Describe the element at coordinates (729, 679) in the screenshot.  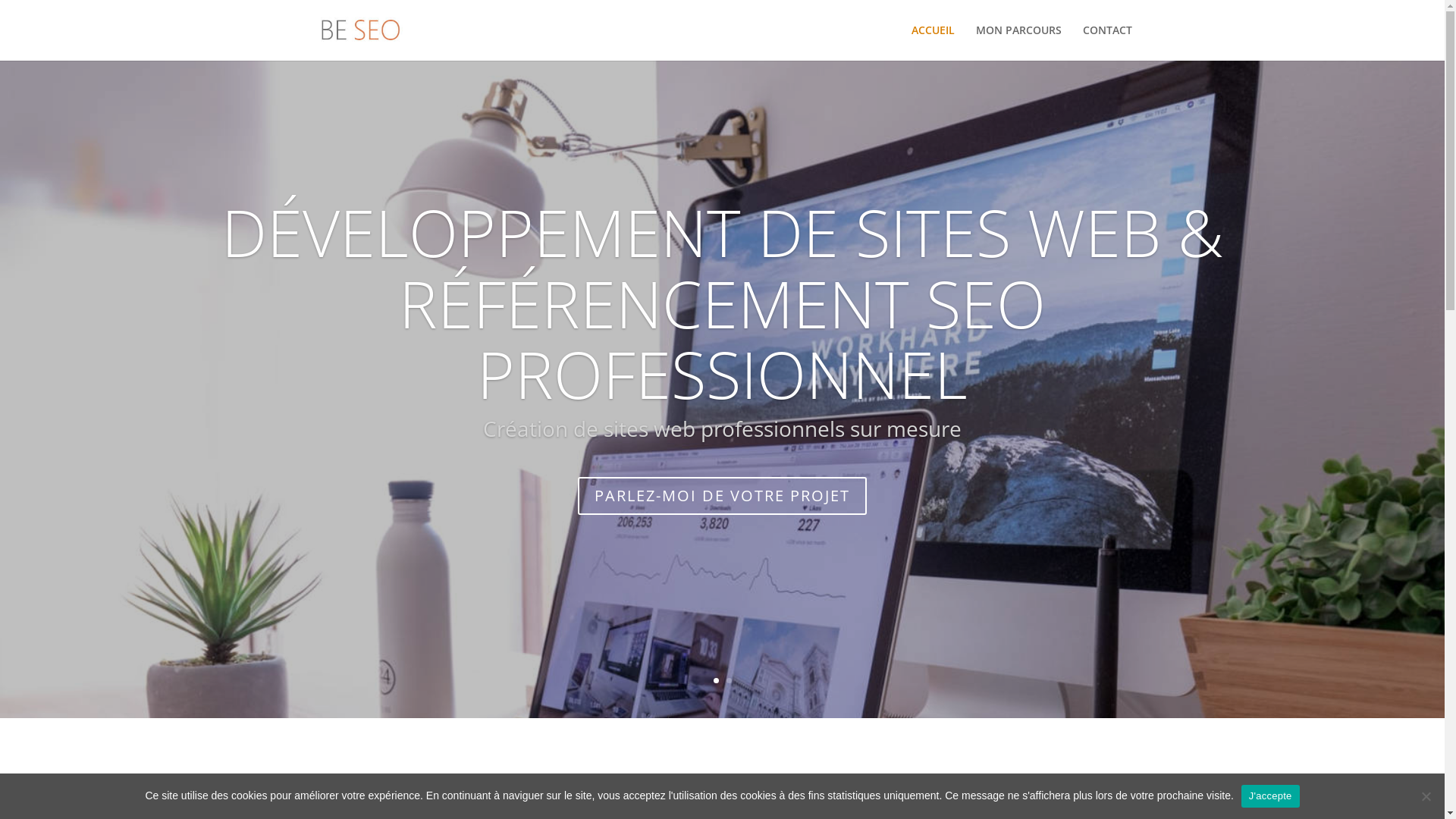
I see `'2'` at that location.